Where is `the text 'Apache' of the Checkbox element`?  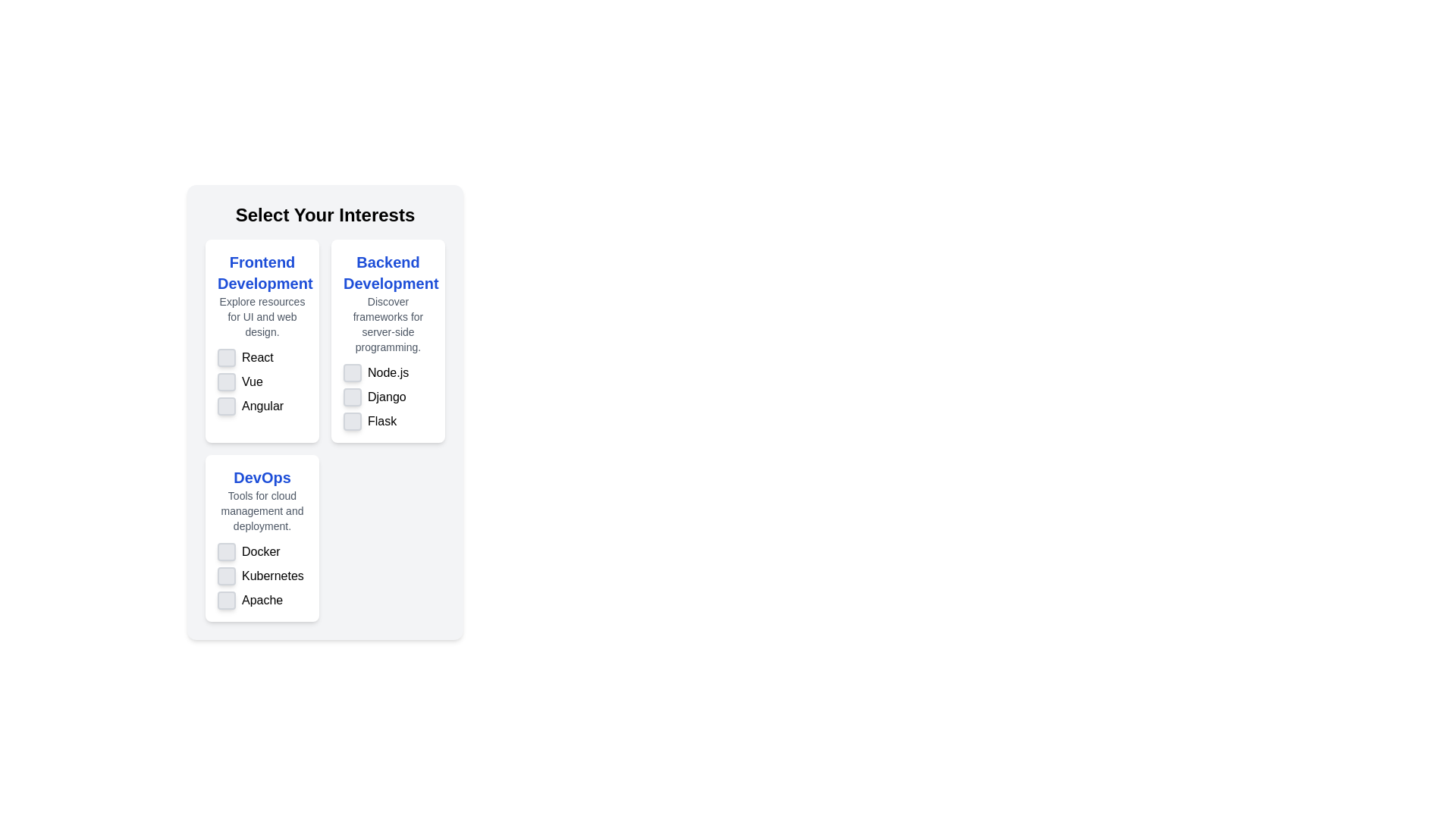
the text 'Apache' of the Checkbox element is located at coordinates (262, 599).